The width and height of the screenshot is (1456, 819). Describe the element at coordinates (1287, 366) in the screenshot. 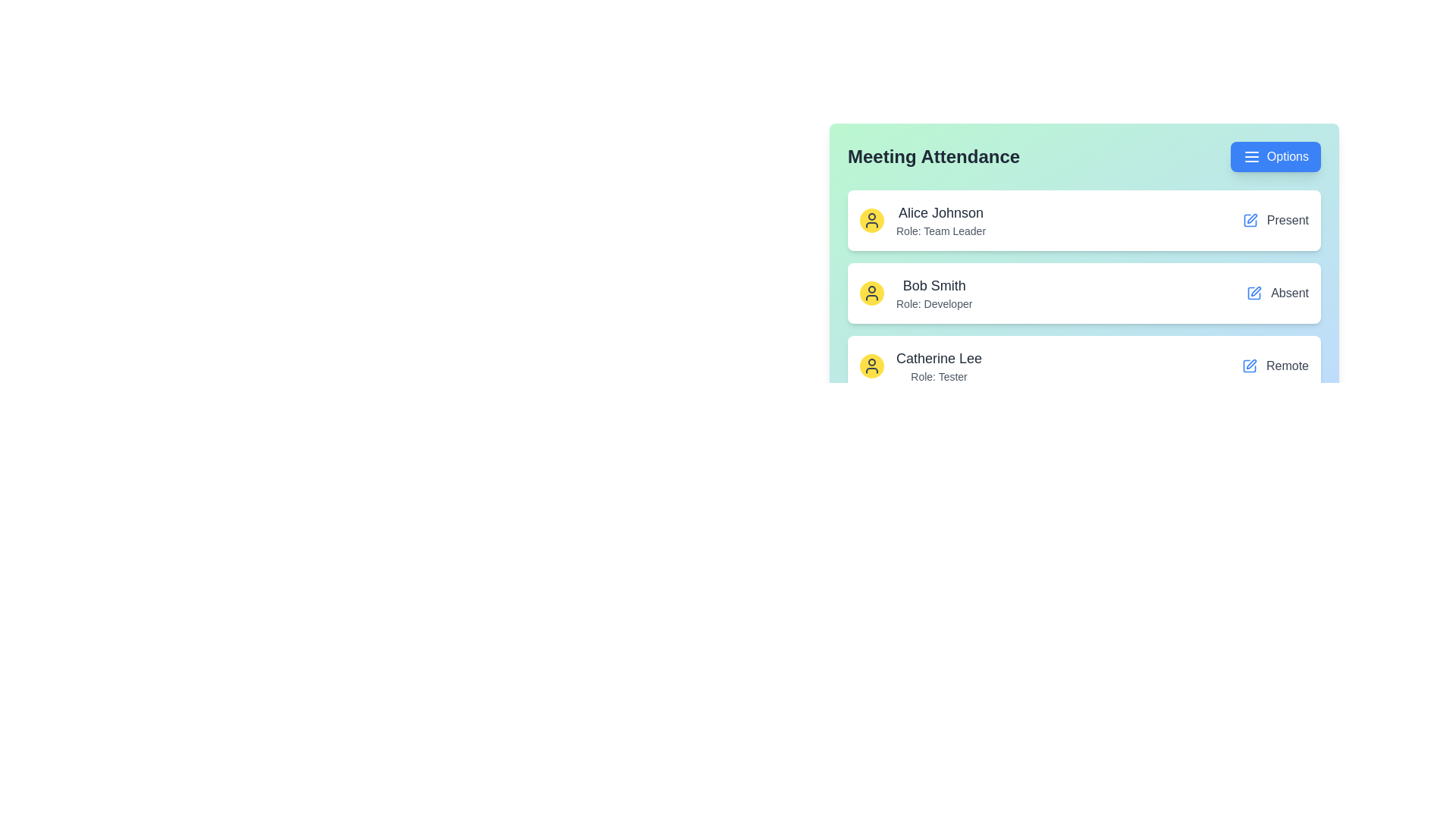

I see `the attendance status text label indicating 'Remote' for 'Catherine Lee', positioned to the right of the editing icon within the 'Meeting Attendance' interface` at that location.